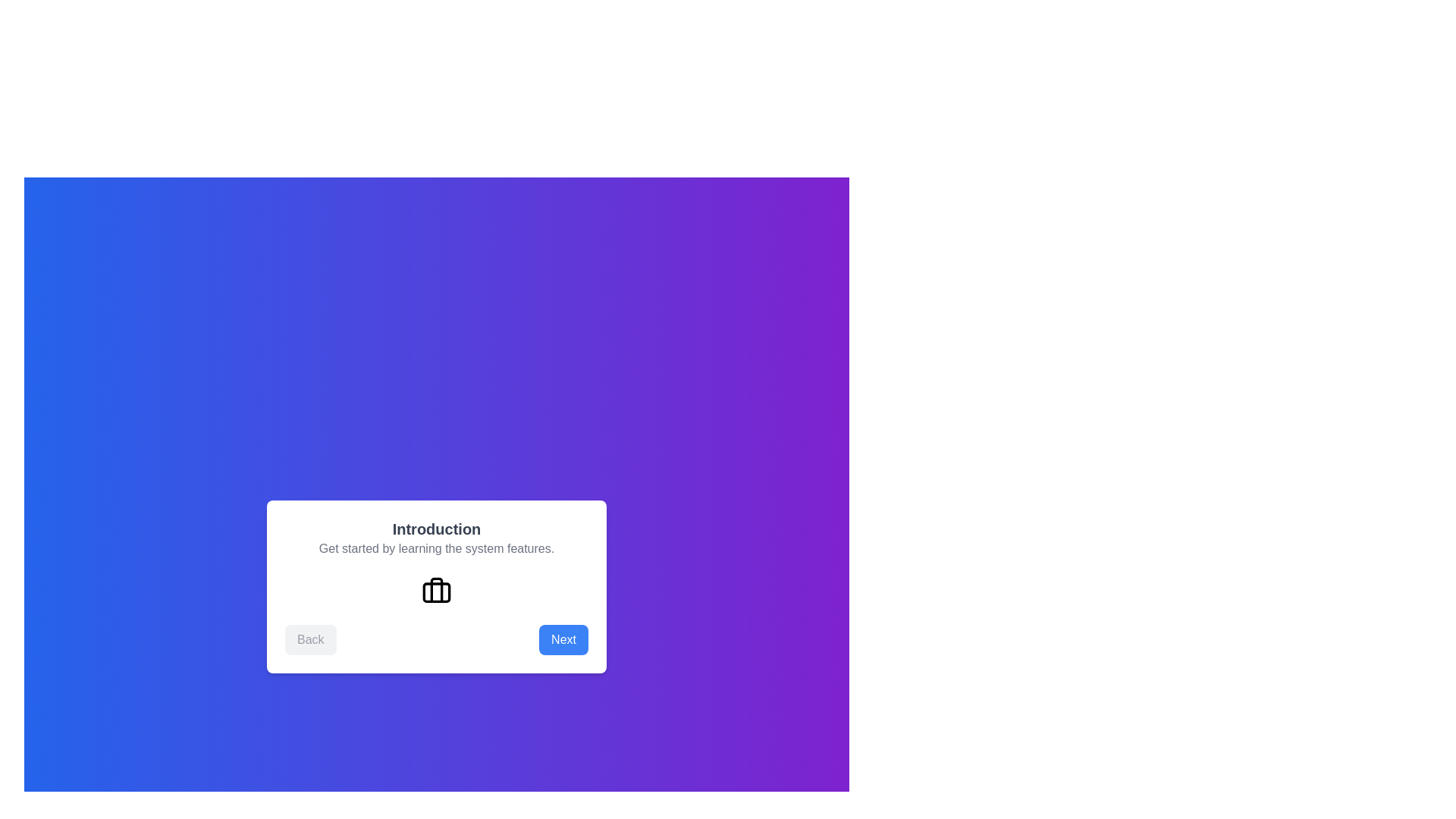 This screenshot has width=1456, height=819. Describe the element at coordinates (436, 590) in the screenshot. I see `the icon to inspect it` at that location.